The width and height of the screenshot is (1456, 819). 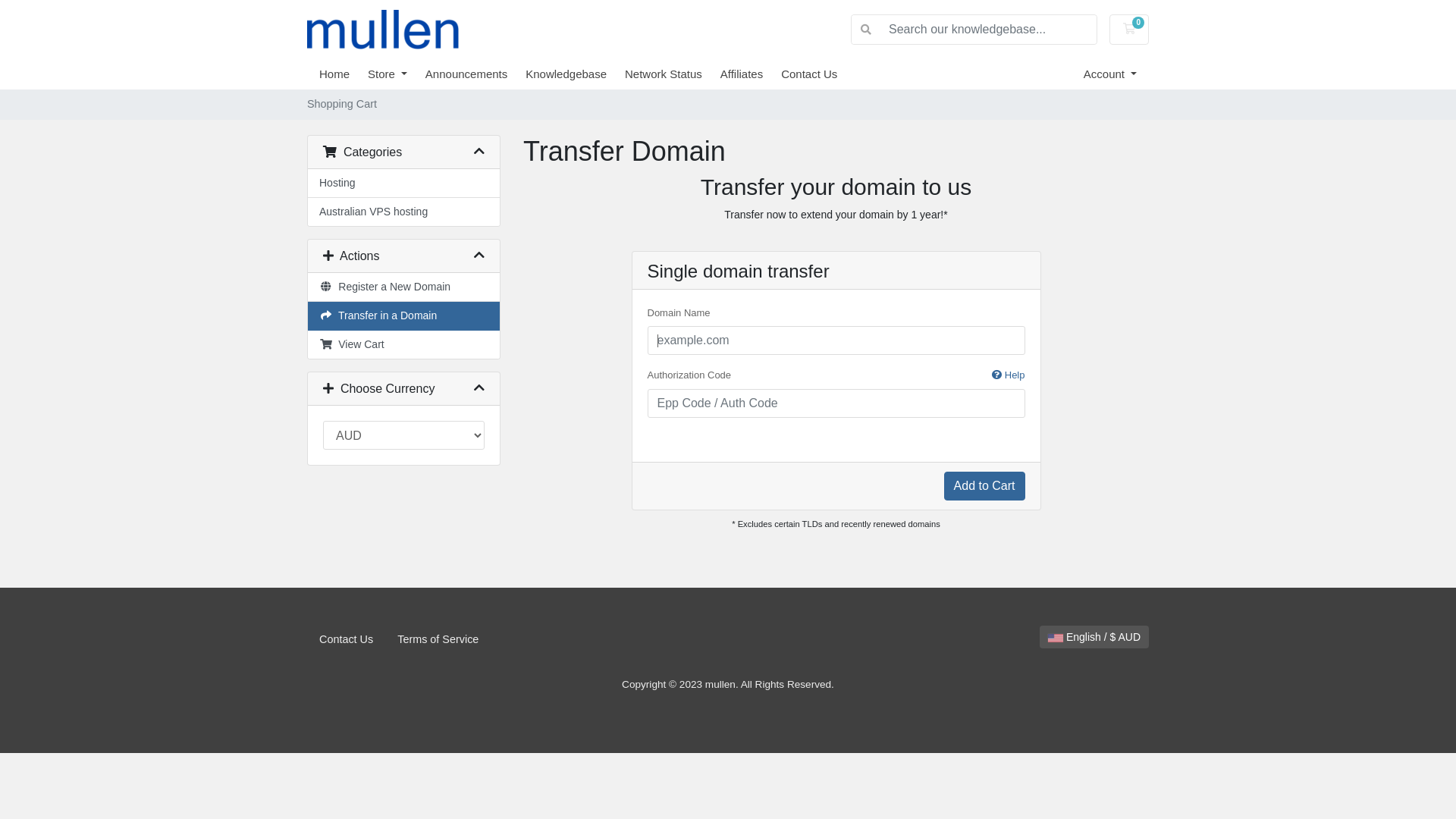 I want to click on '  Transfer in a Domain', so click(x=307, y=315).